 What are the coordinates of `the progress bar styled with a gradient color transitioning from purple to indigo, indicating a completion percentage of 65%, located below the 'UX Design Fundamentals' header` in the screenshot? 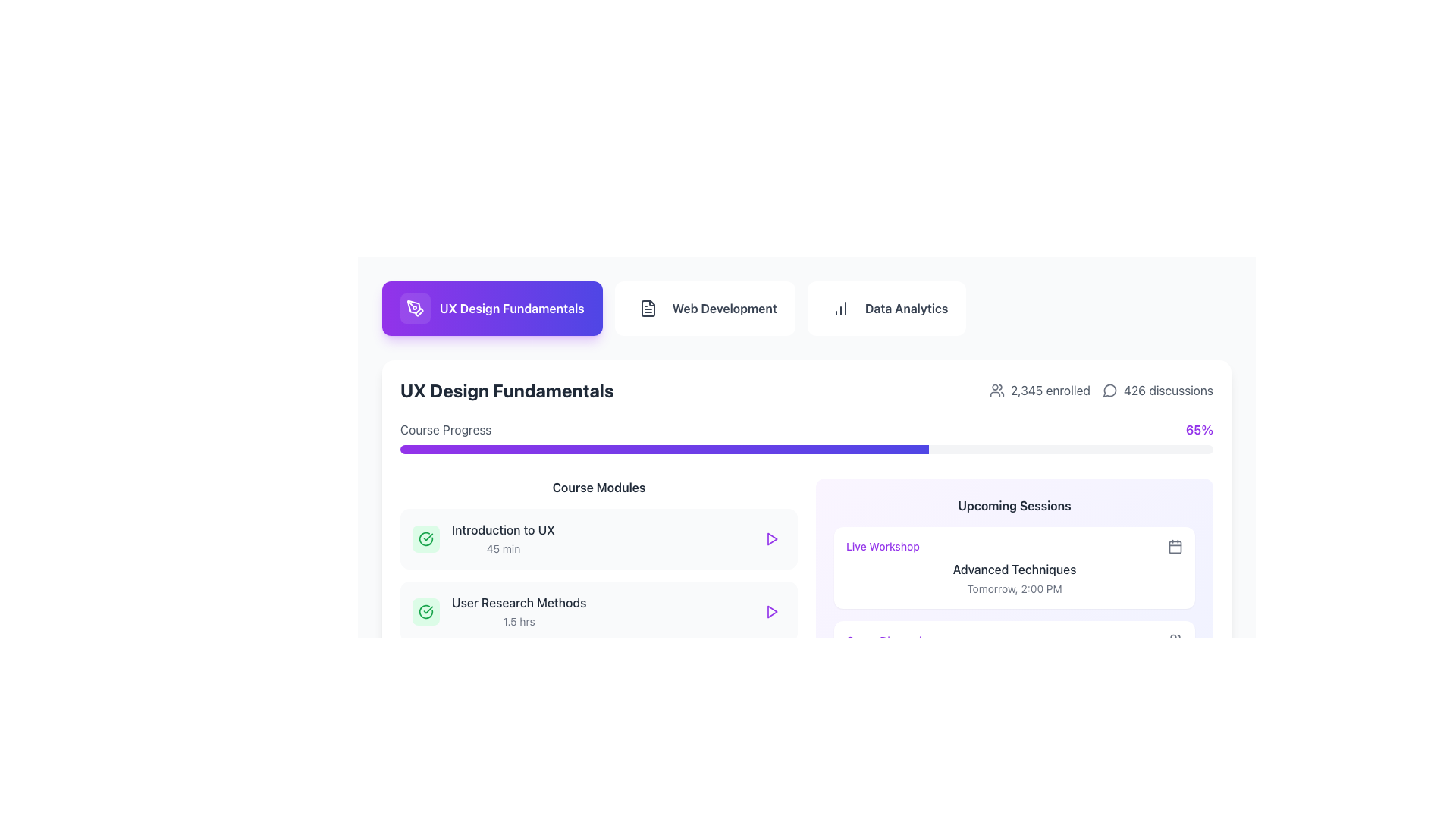 It's located at (806, 438).